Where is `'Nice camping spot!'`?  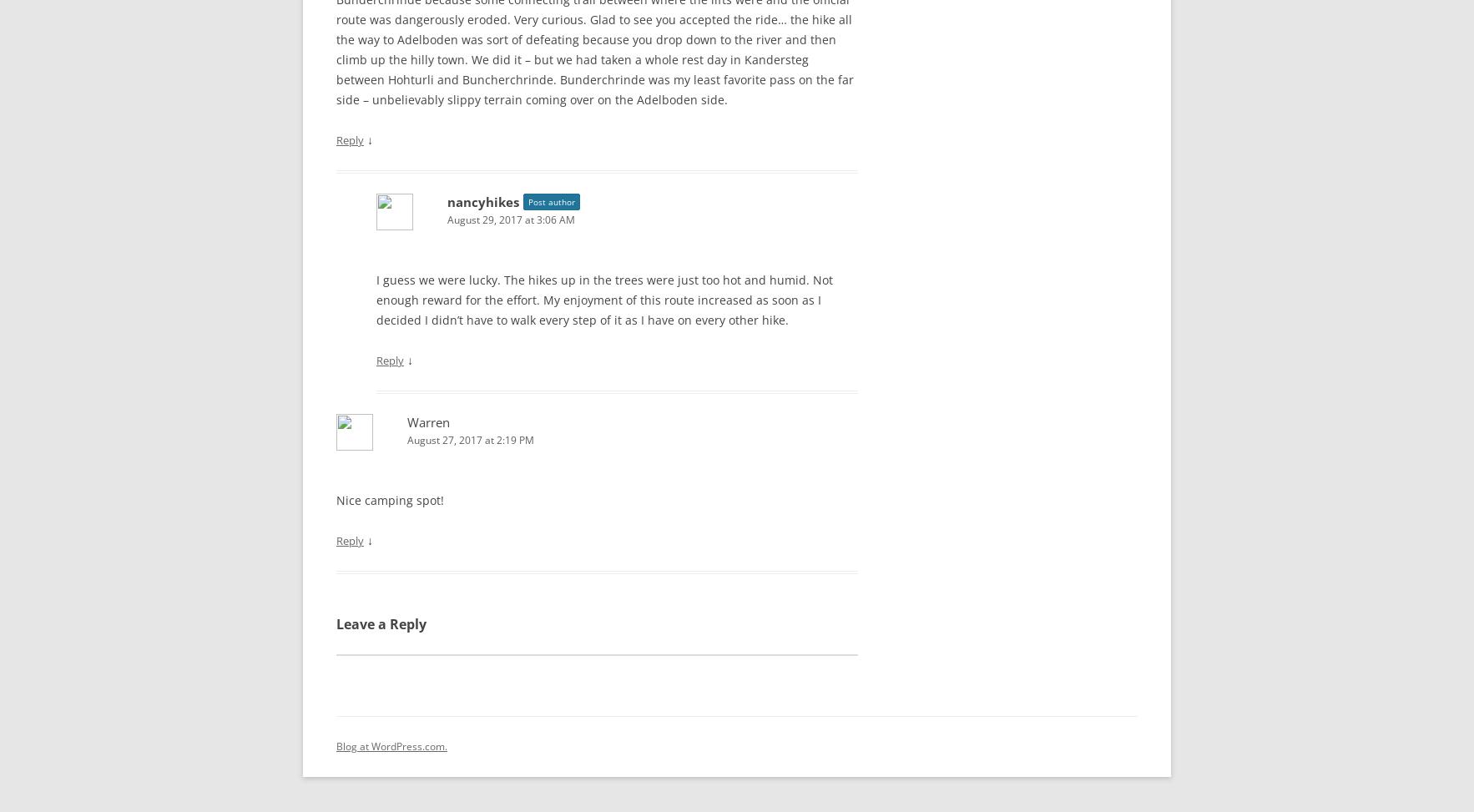
'Nice camping spot!' is located at coordinates (390, 496).